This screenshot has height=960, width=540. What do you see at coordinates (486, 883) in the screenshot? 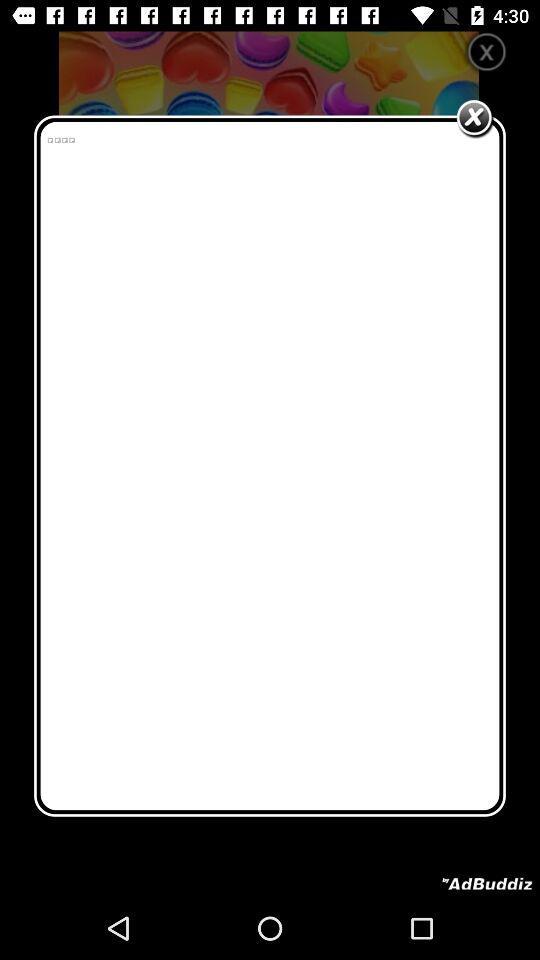
I see `adbuddiz` at bounding box center [486, 883].